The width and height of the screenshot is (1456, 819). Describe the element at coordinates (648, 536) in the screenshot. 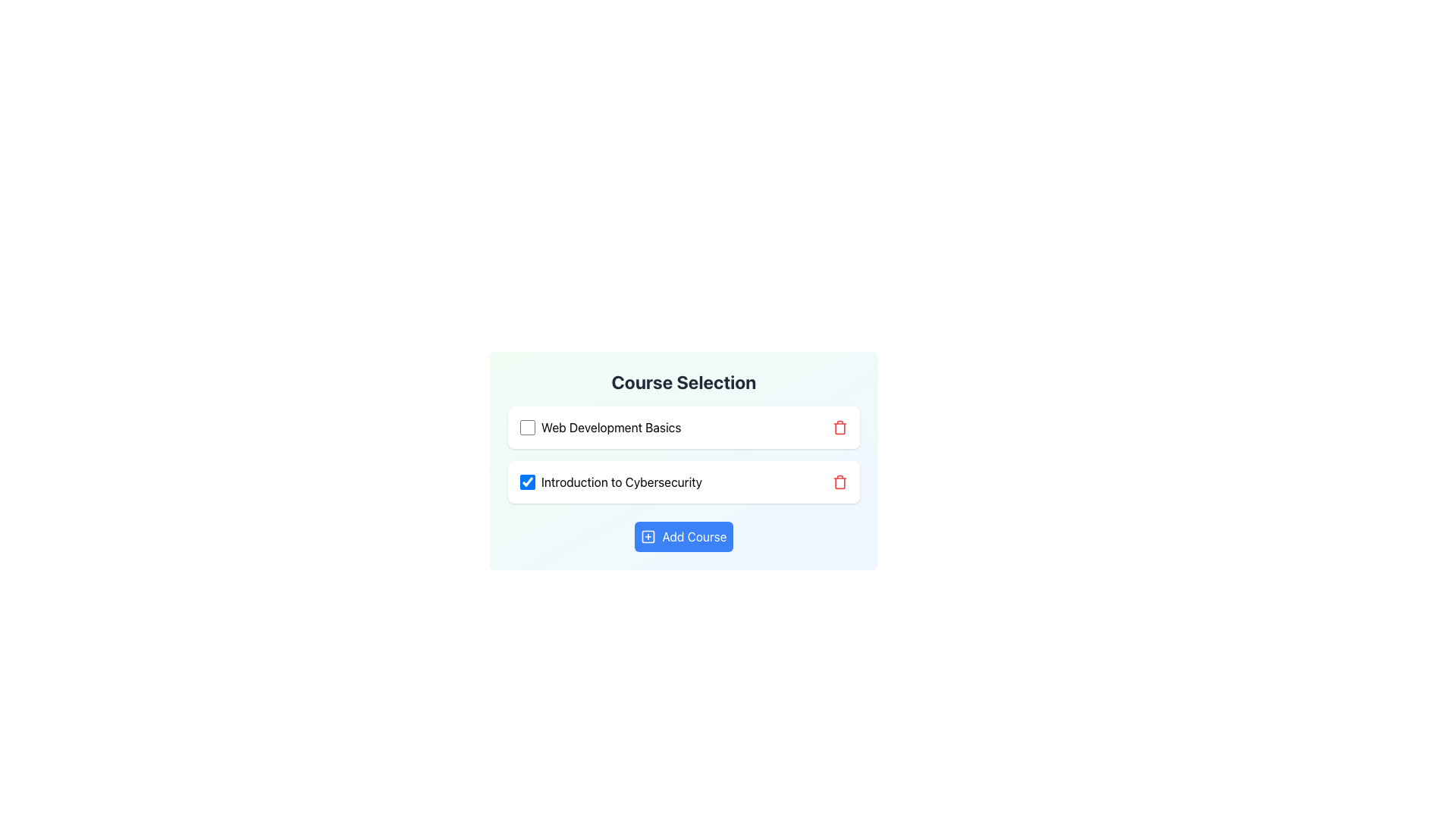

I see `the icon within the 'Add Course' blue button located at the bottom of the 'Course Selection' interface, which is positioned to the left of the text label` at that location.